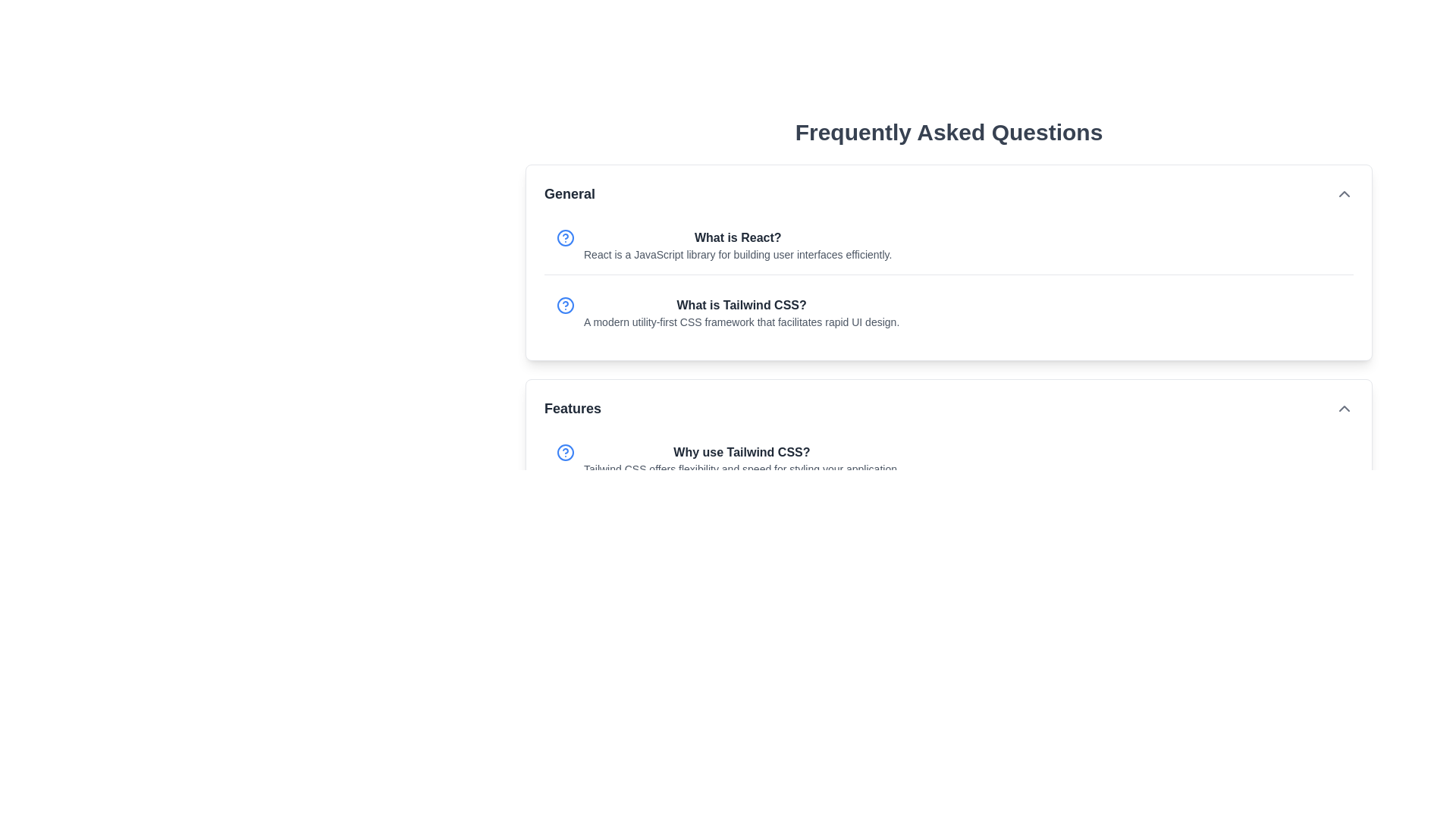 This screenshot has width=1456, height=819. Describe the element at coordinates (742, 305) in the screenshot. I see `the second FAQ question header in the General category` at that location.